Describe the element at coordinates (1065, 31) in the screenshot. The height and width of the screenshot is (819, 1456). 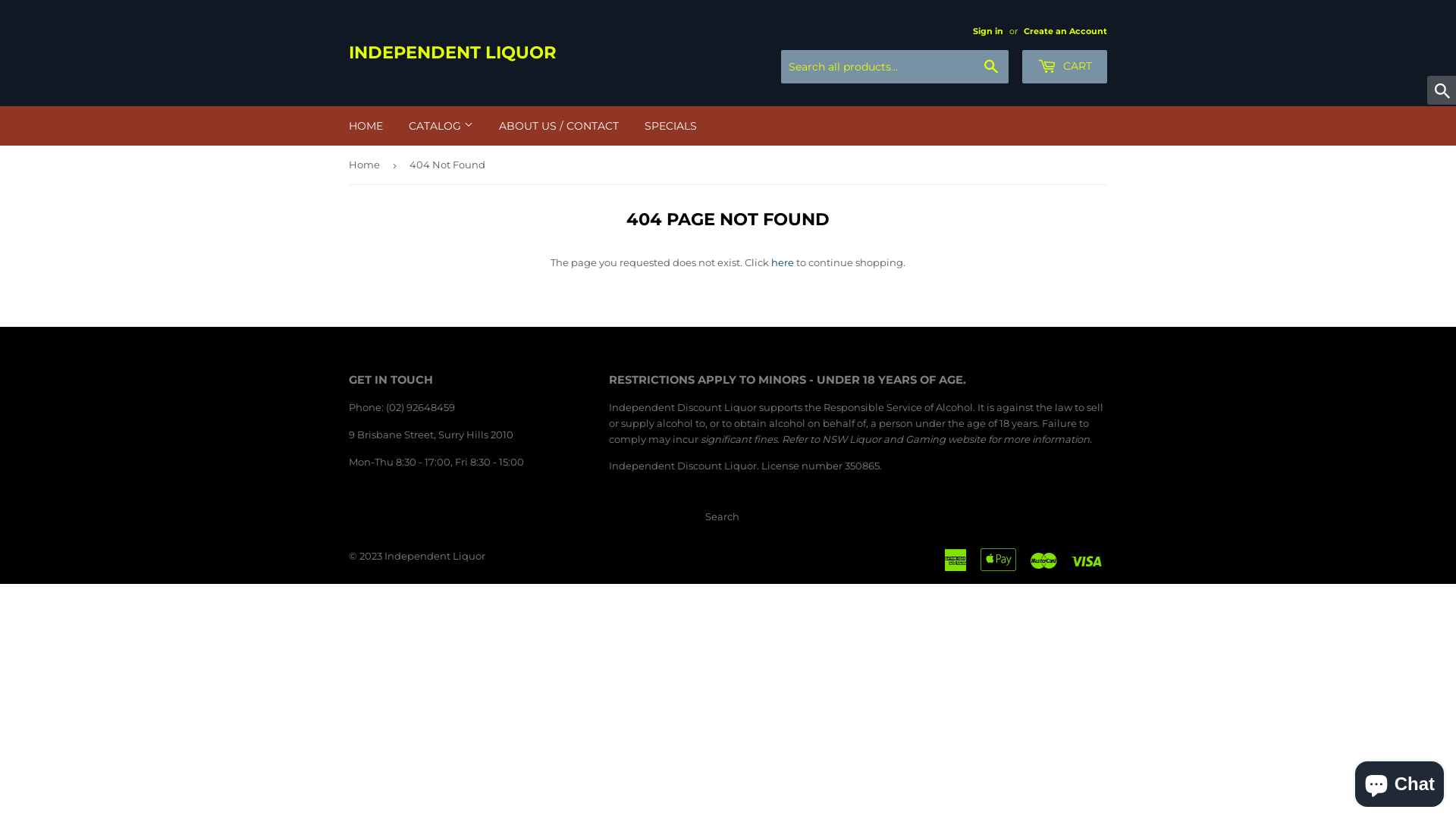
I see `'Create an Account'` at that location.